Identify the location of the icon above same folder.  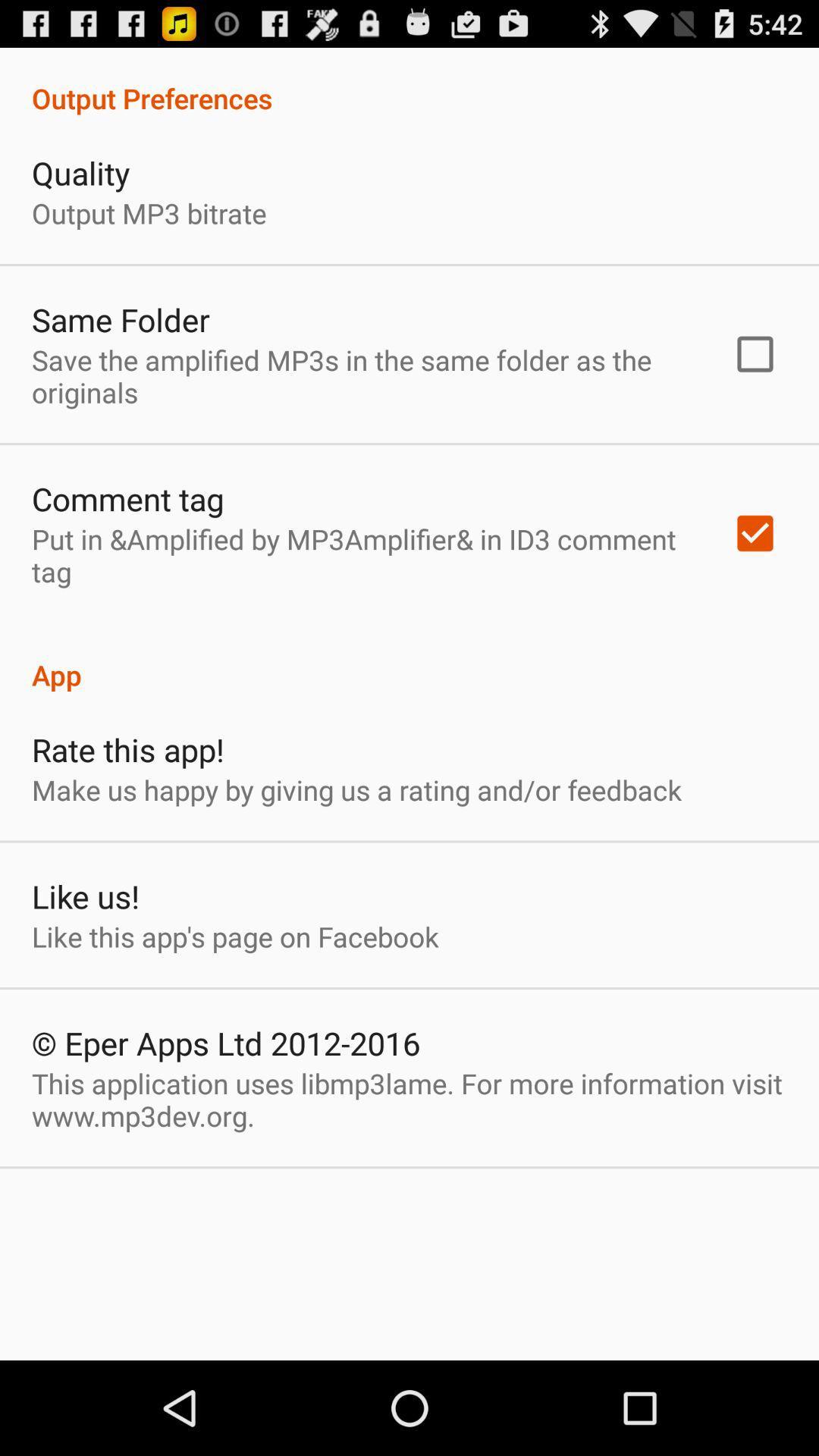
(149, 212).